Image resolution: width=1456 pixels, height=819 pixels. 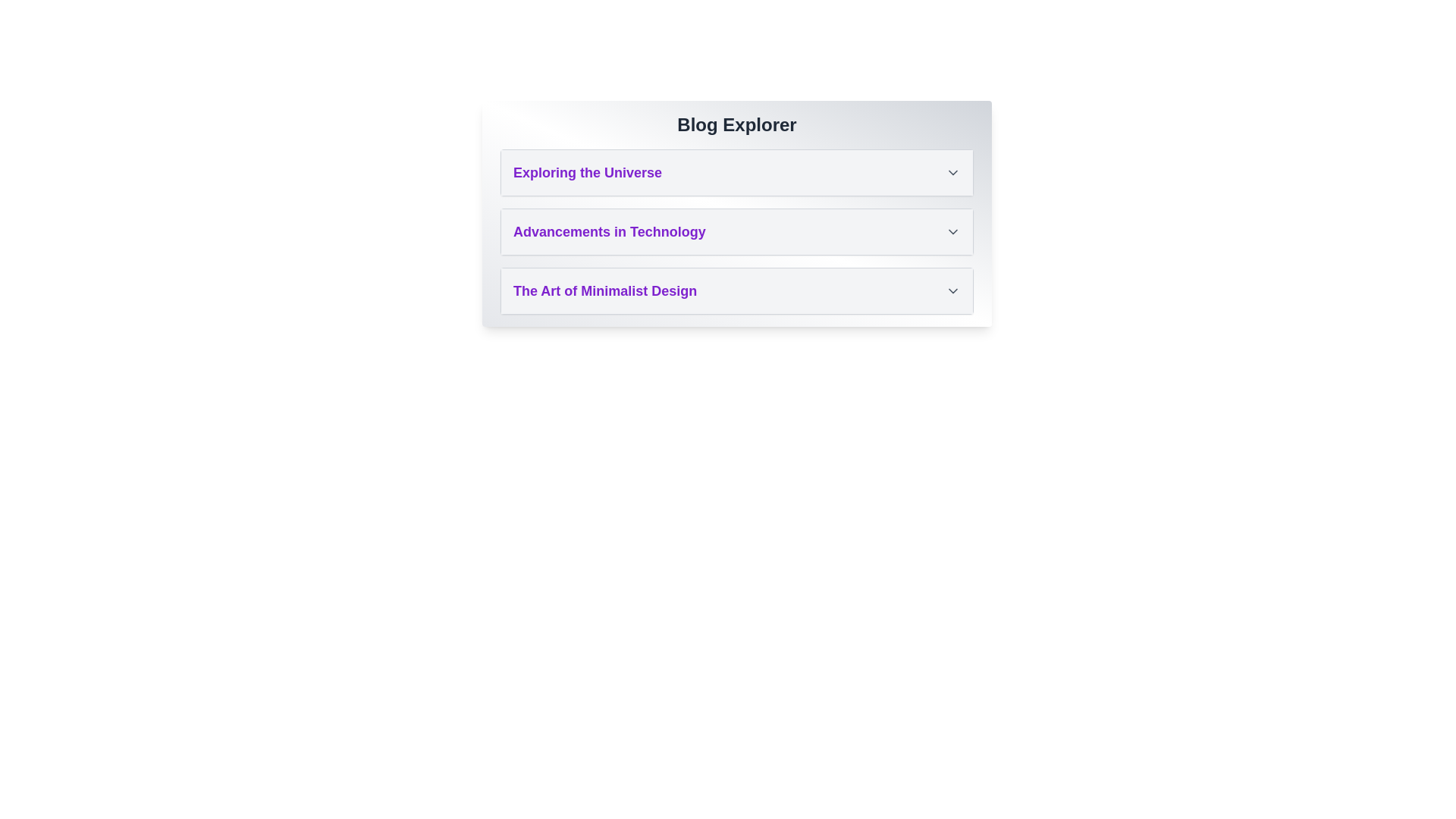 I want to click on the icon button located at the far-right side of the first item in the vertical list of collapsible sections, so click(x=952, y=171).